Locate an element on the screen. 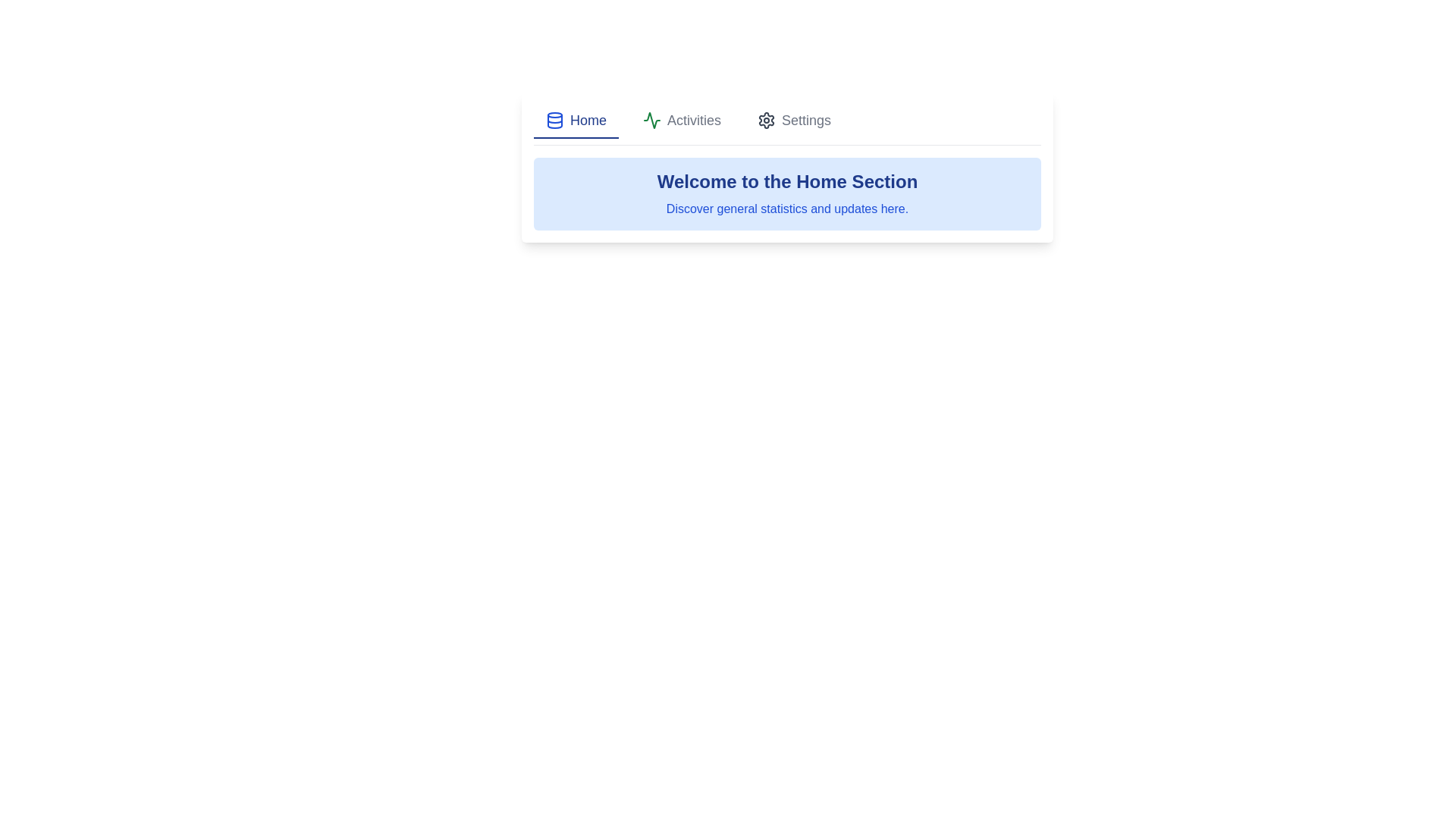  the Activities tab by clicking on its corresponding button is located at coordinates (680, 120).